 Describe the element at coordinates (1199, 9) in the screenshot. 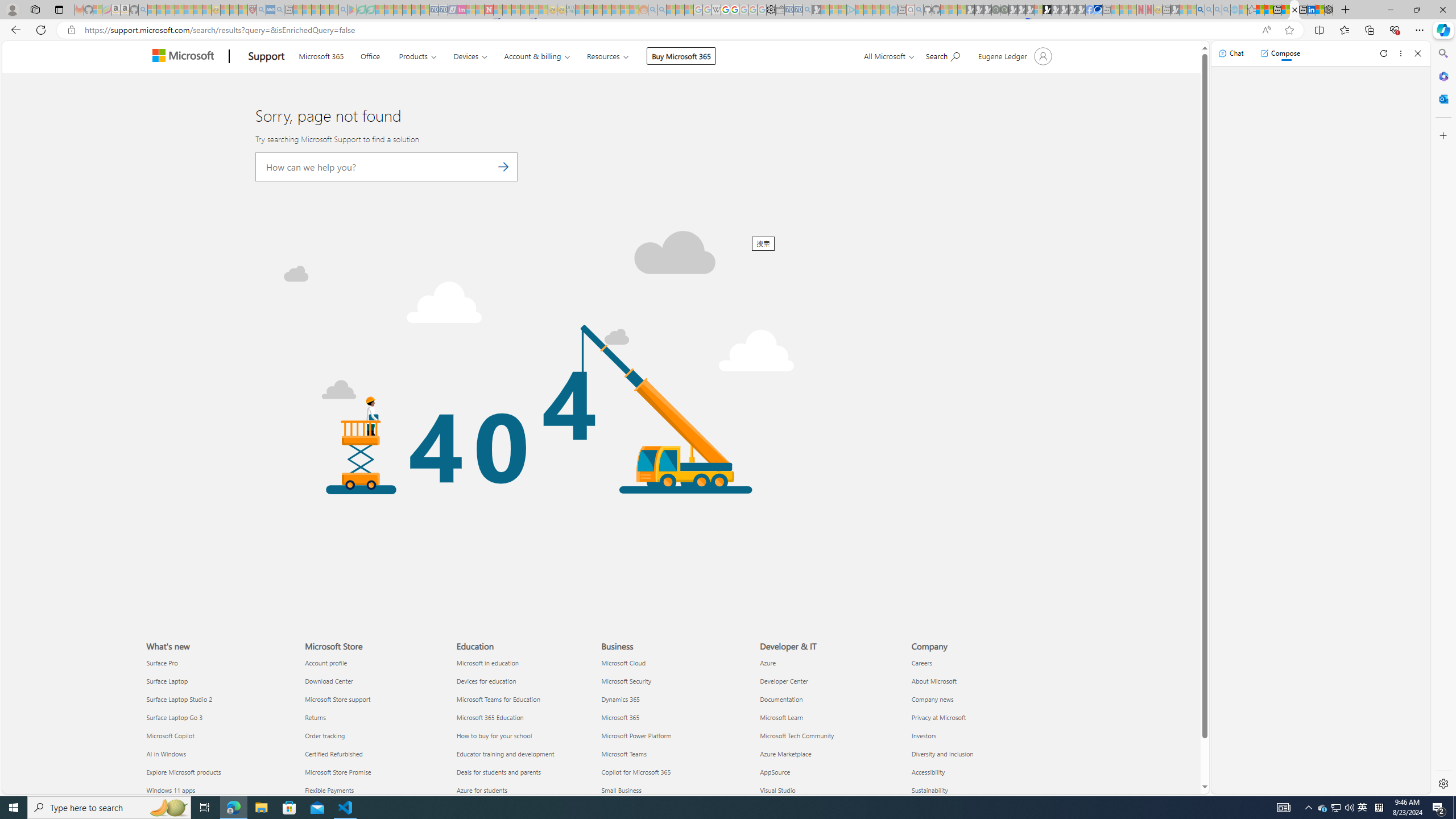

I see `'Bing AI - Search'` at that location.